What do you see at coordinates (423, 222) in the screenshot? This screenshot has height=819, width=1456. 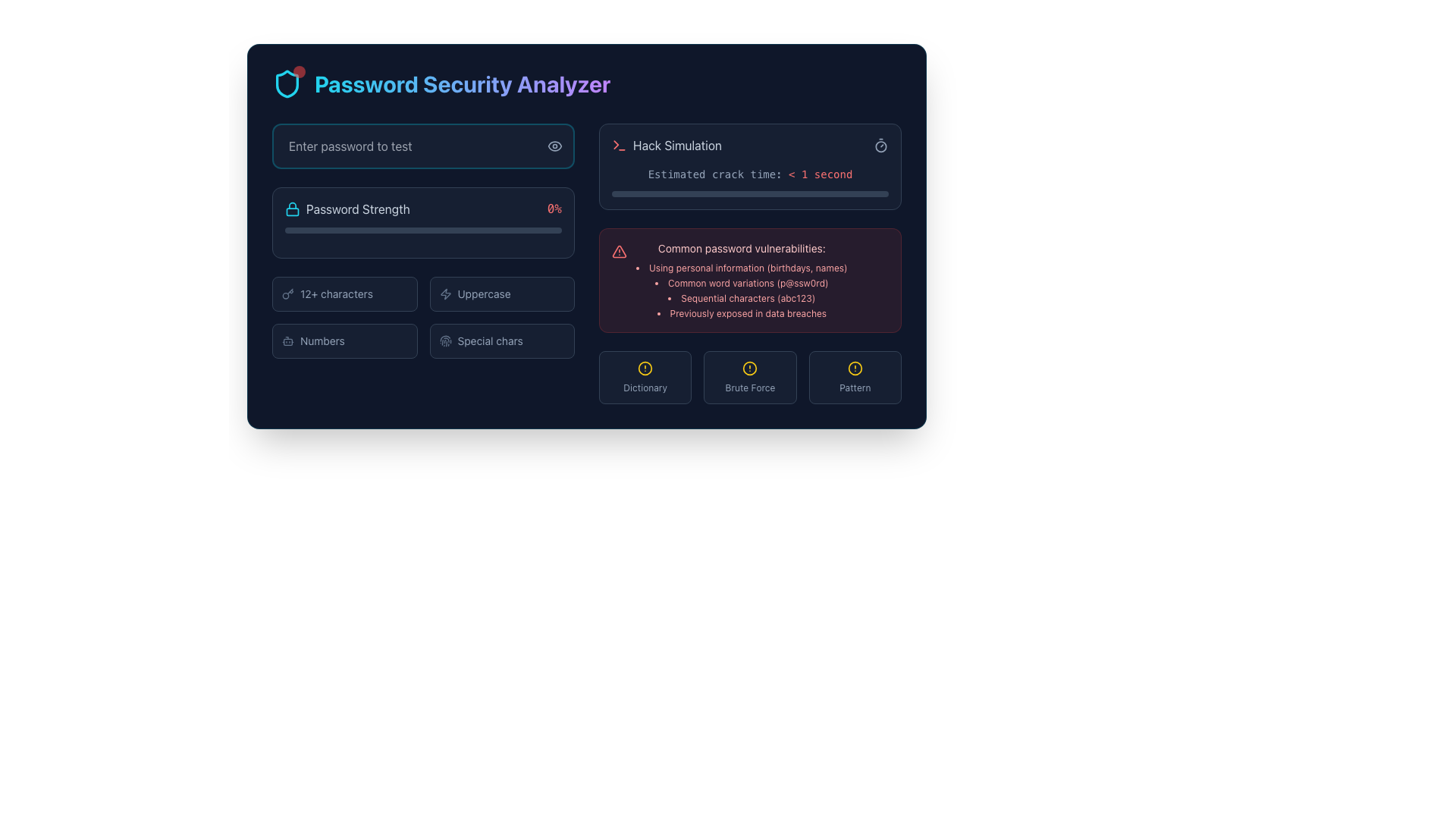 I see `the Password strength indicator located below the password input field, providing real-time feedback on password robustness` at bounding box center [423, 222].